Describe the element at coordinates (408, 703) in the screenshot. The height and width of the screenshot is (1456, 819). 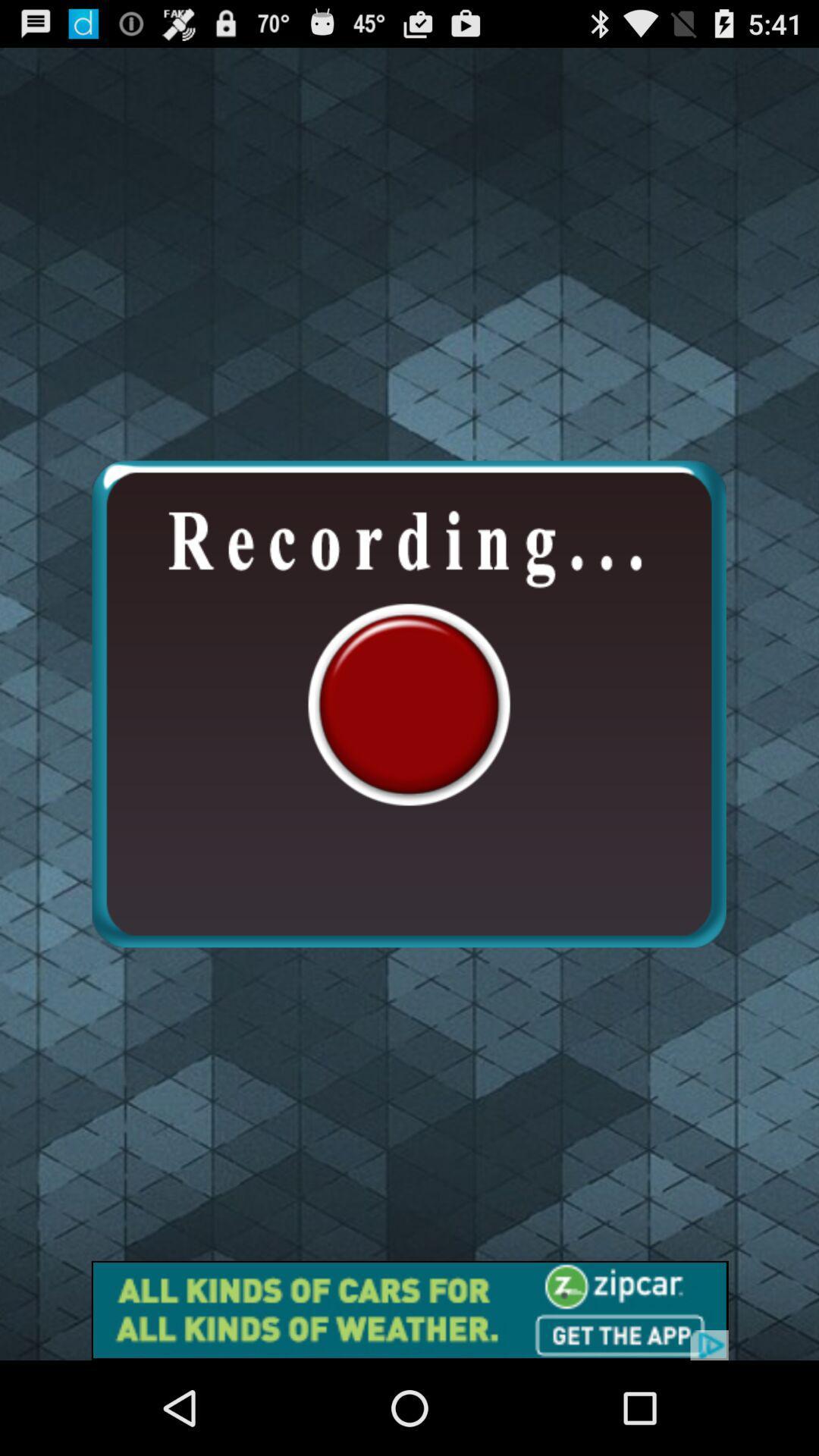
I see `stop recording` at that location.